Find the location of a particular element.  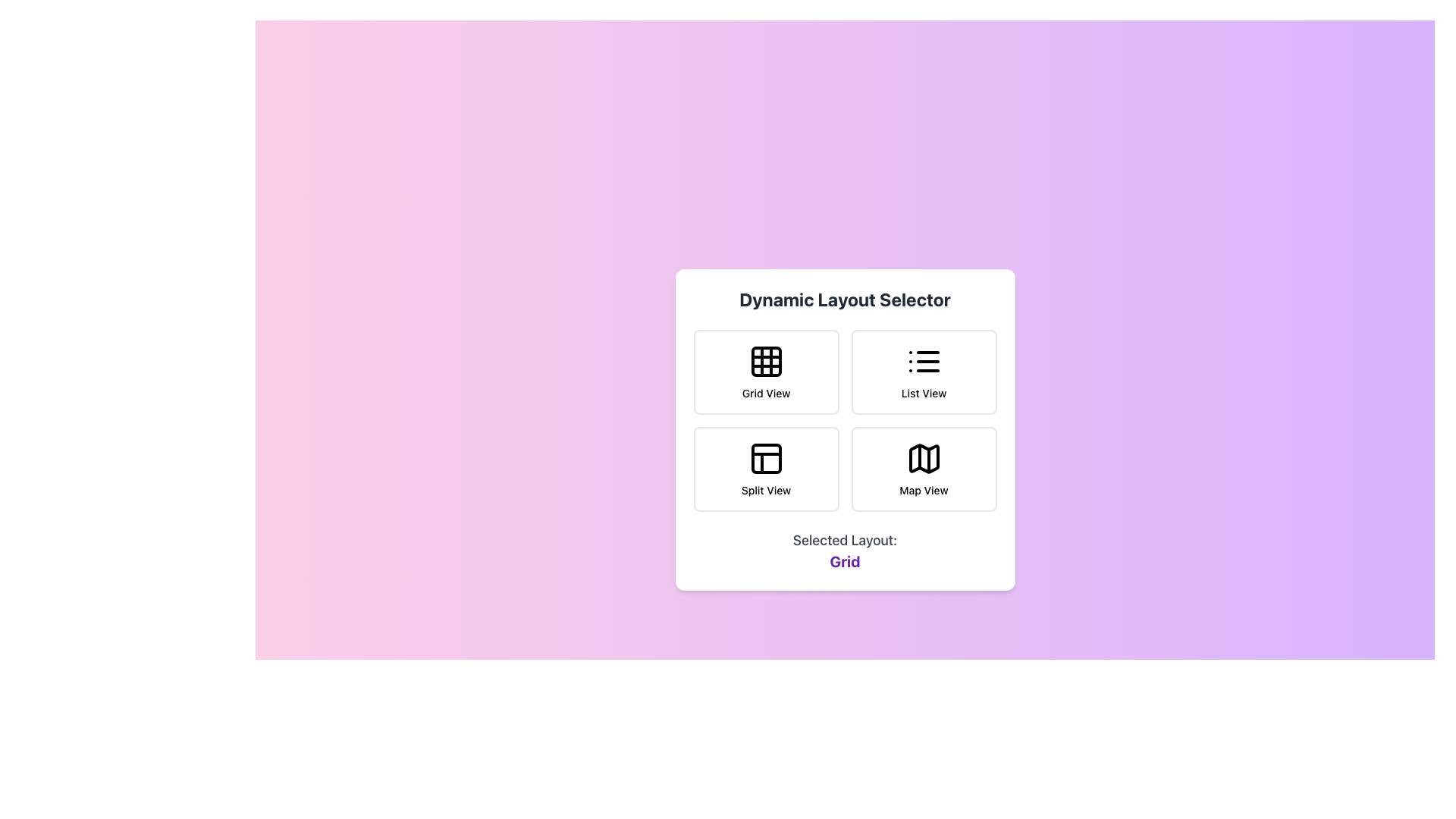

the SVG-based map icon located in the bottom-right section of the grid layout, above the 'Map View' text label is located at coordinates (923, 458).